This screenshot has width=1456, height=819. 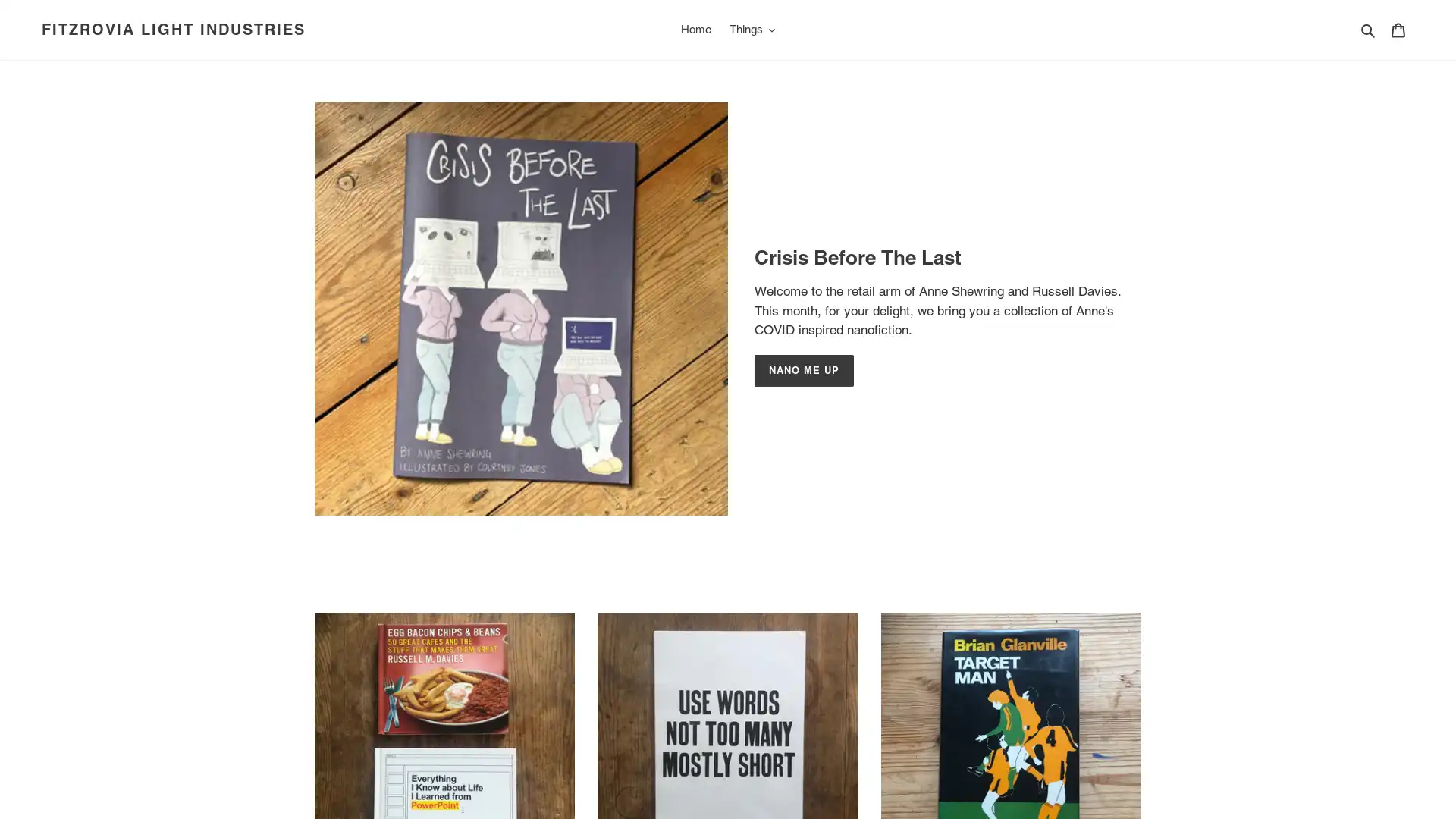 I want to click on Things, so click(x=752, y=29).